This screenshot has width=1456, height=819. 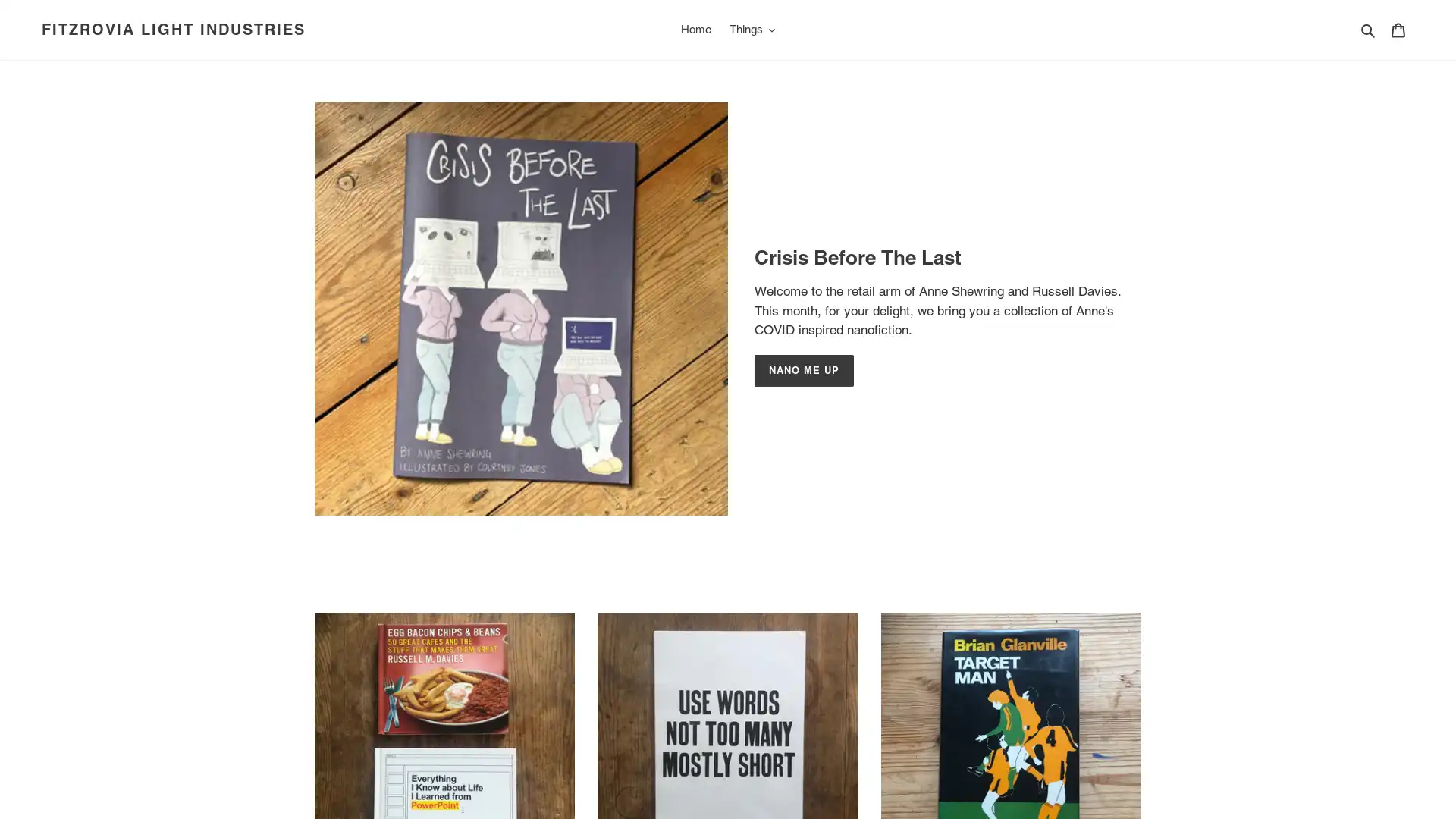 I want to click on Things, so click(x=752, y=29).